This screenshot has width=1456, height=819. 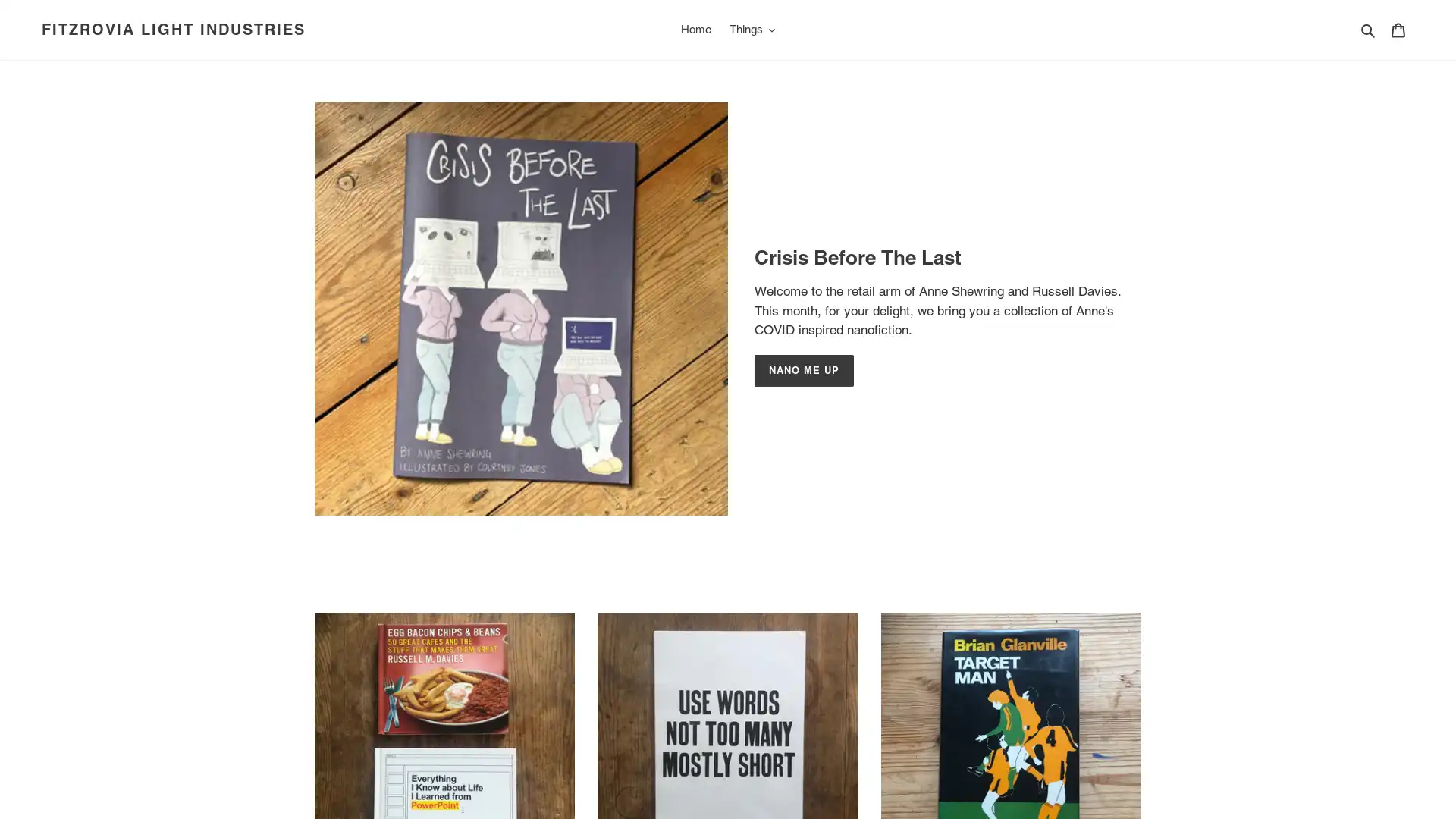 I want to click on Things, so click(x=752, y=29).